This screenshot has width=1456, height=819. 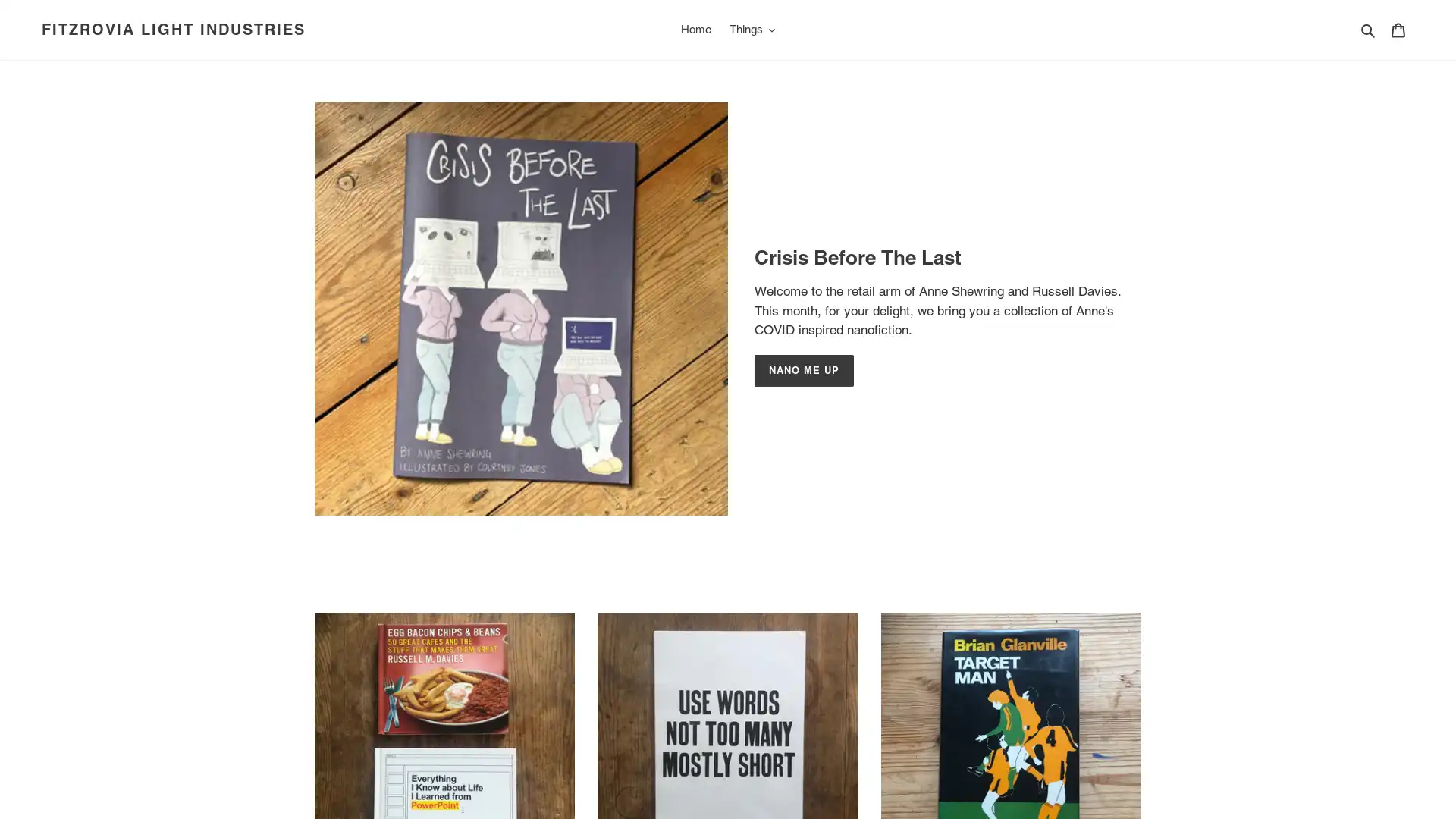 I want to click on Things, so click(x=752, y=29).